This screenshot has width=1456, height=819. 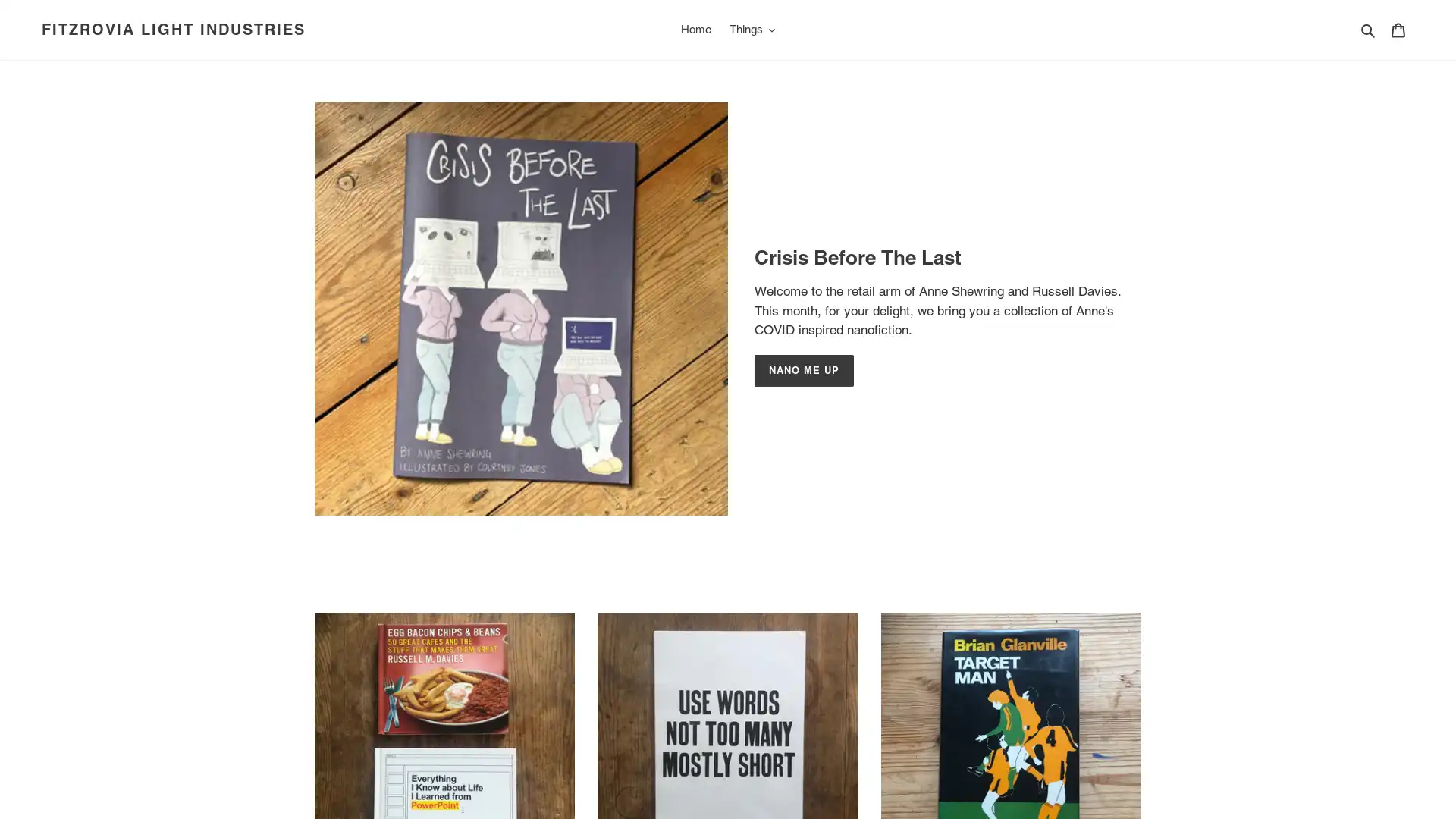 I want to click on Things, so click(x=752, y=29).